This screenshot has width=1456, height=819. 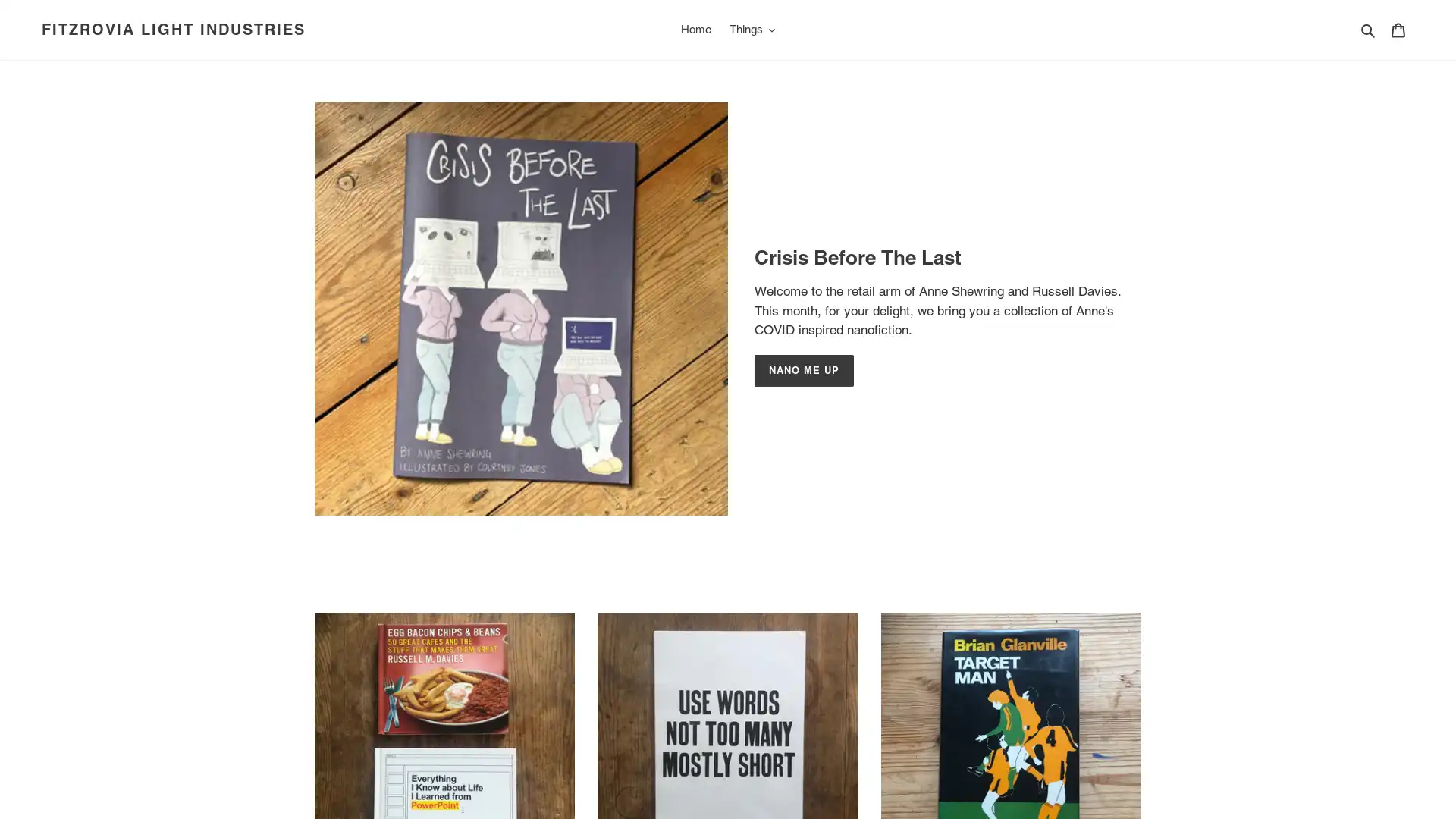 I want to click on Things, so click(x=752, y=29).